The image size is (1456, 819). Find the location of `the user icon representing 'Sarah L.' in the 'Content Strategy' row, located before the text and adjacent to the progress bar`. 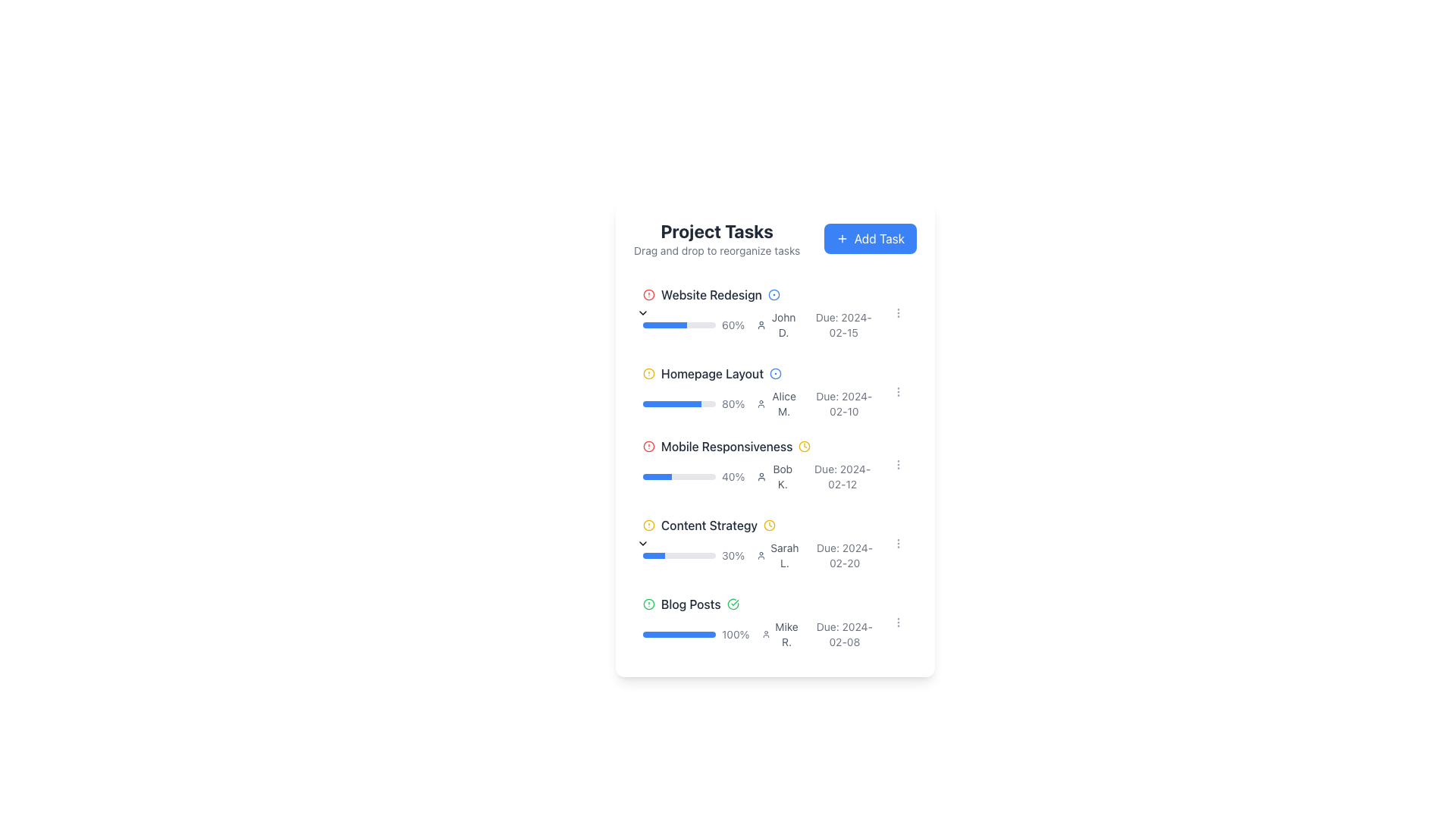

the user icon representing 'Sarah L.' in the 'Content Strategy' row, located before the text and adjacent to the progress bar is located at coordinates (761, 555).